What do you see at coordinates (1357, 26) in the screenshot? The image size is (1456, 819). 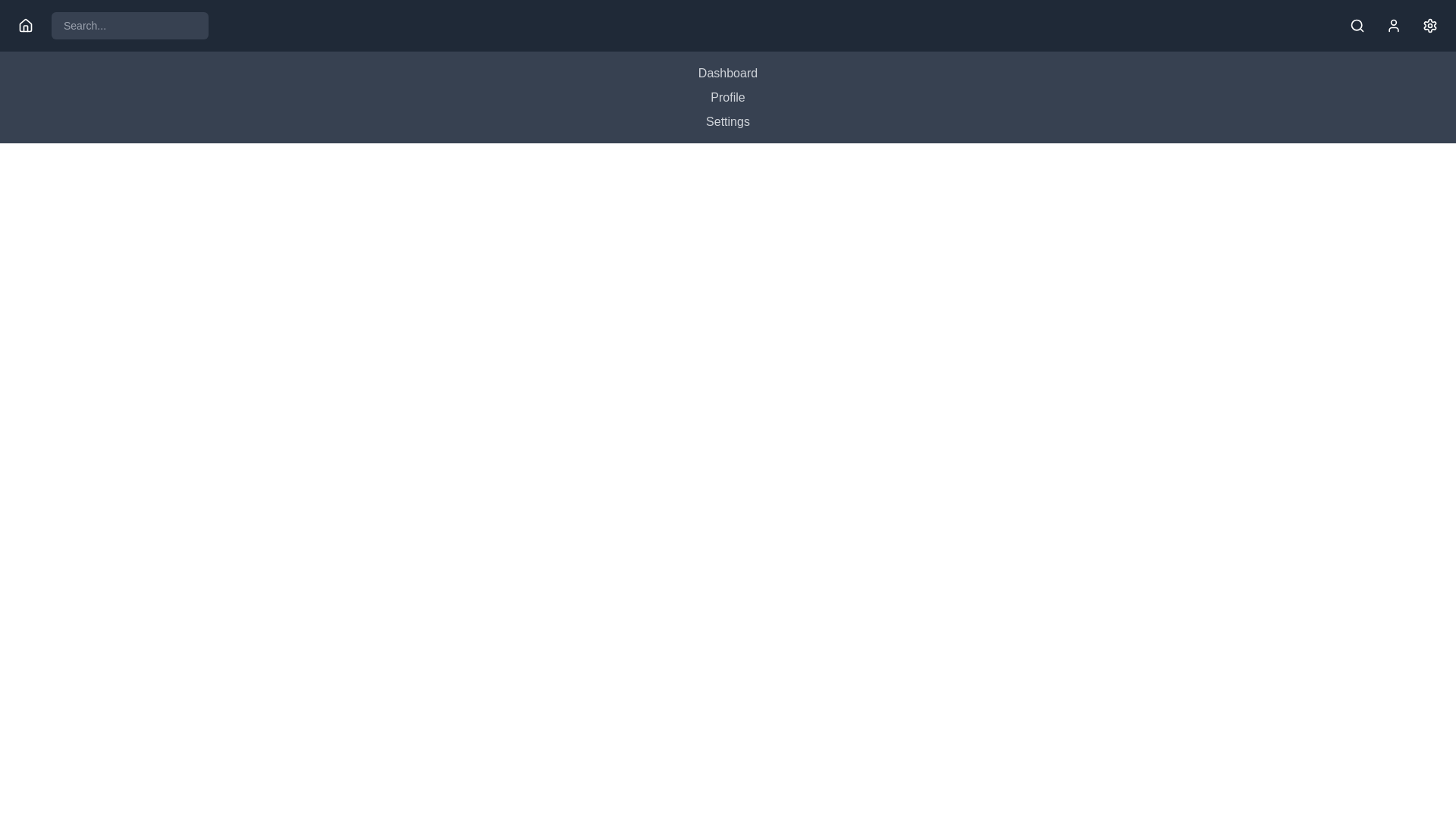 I see `the magnifying glass icon button located at the top-right corner of the page` at bounding box center [1357, 26].